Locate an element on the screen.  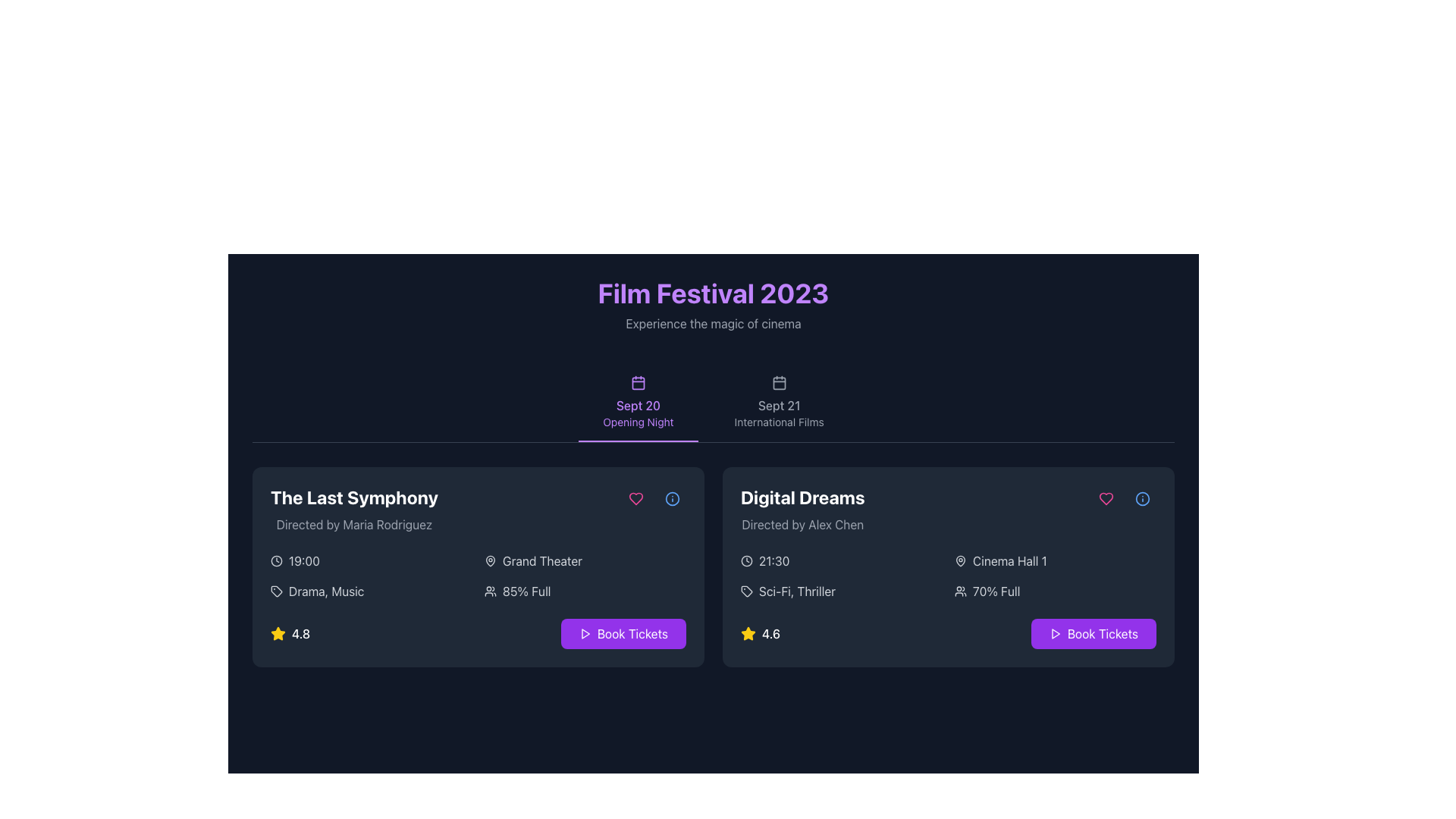
the text label that indicates the genre information for 'The Last Symphony' film event, located beneath the event's name and time is located at coordinates (325, 590).